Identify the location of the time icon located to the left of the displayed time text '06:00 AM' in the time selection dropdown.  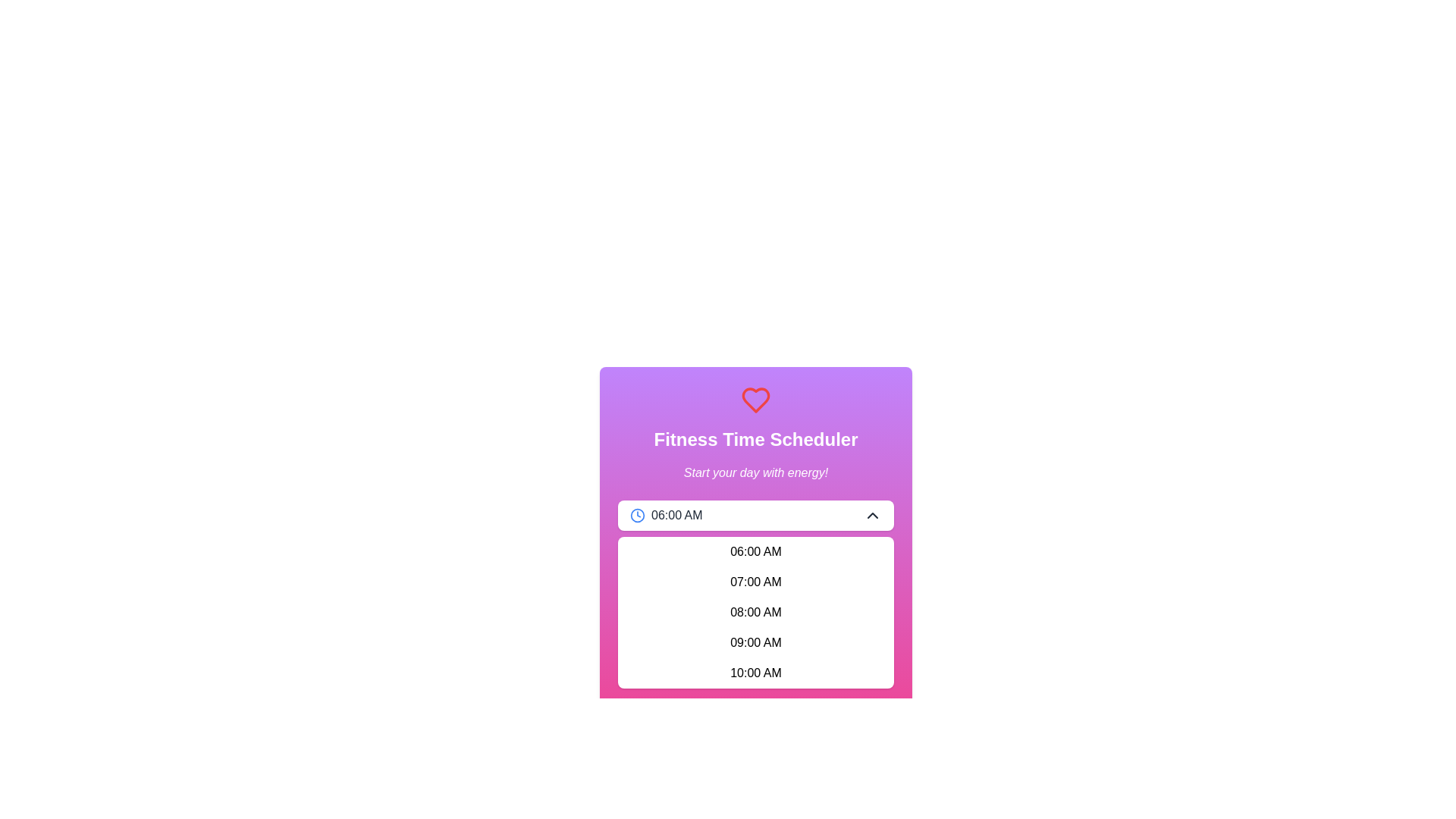
(637, 514).